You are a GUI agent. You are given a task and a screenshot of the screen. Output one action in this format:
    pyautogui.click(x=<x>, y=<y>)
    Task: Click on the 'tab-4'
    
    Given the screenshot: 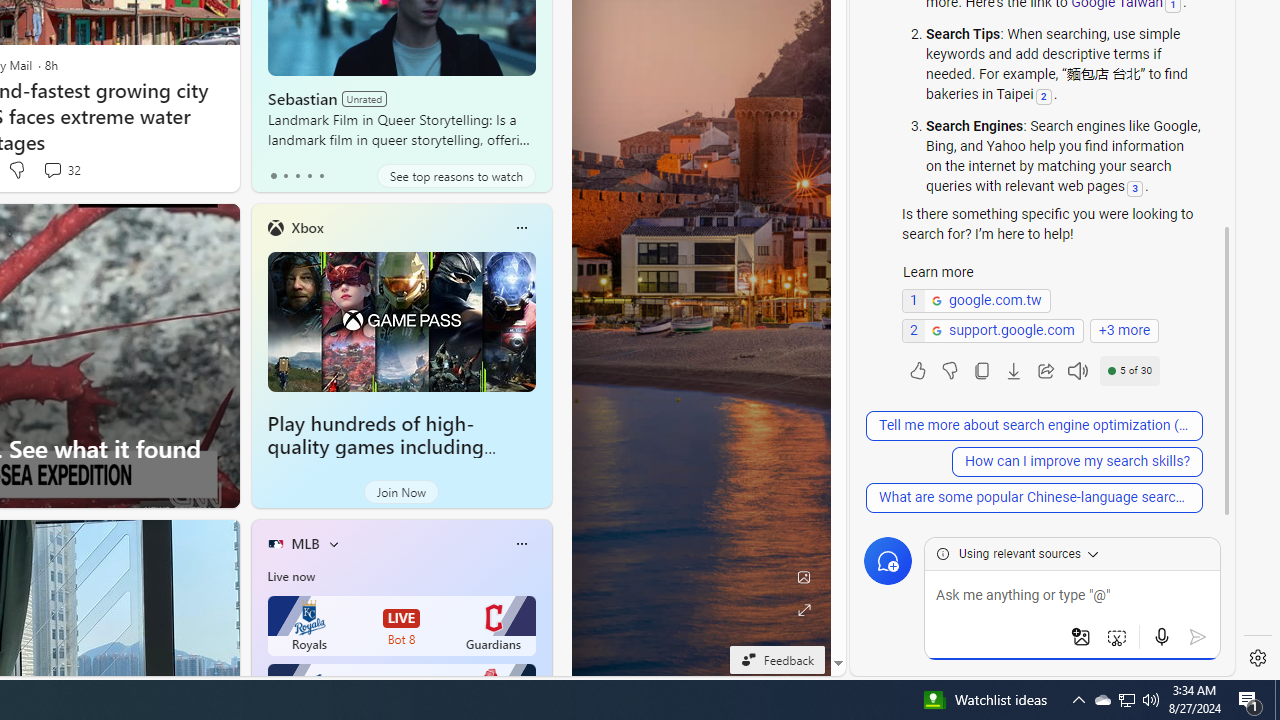 What is the action you would take?
    pyautogui.click(x=321, y=175)
    